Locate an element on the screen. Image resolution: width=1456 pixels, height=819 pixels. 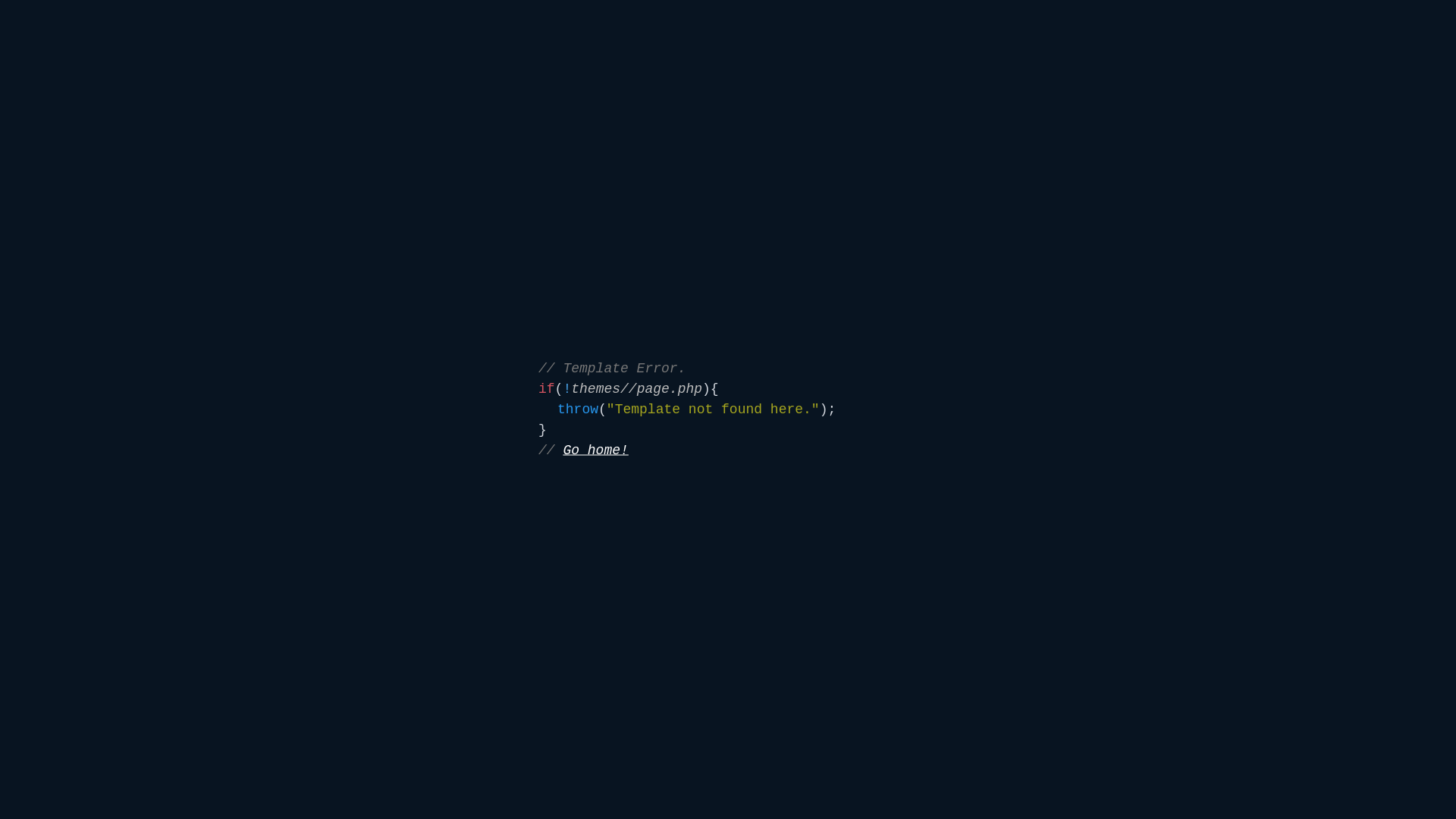
'Go home!' is located at coordinates (562, 450).